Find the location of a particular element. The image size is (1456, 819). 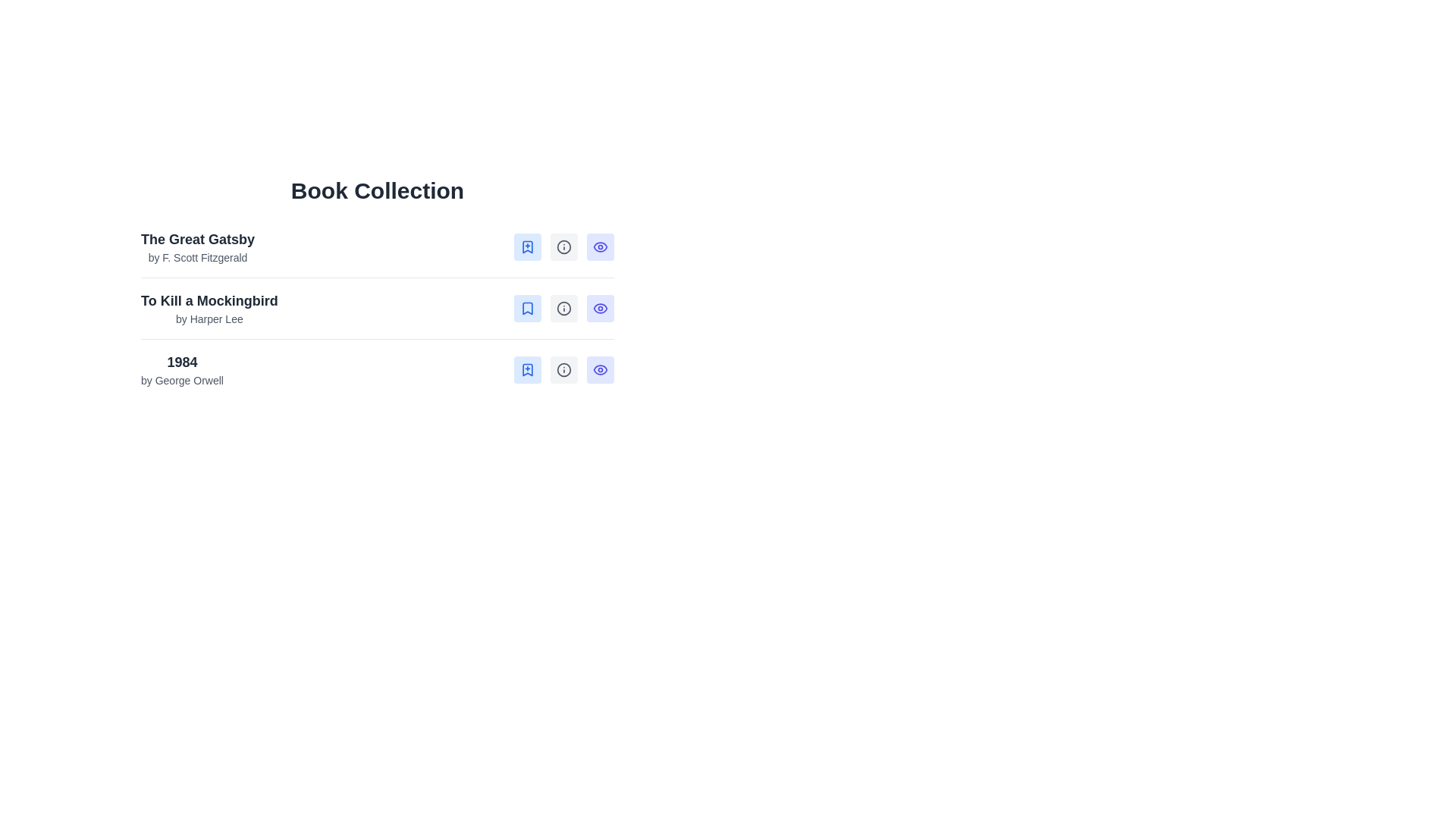

the blue bookmark icon on the right side of the row for the book '1984' by George Orwell is located at coordinates (528, 370).